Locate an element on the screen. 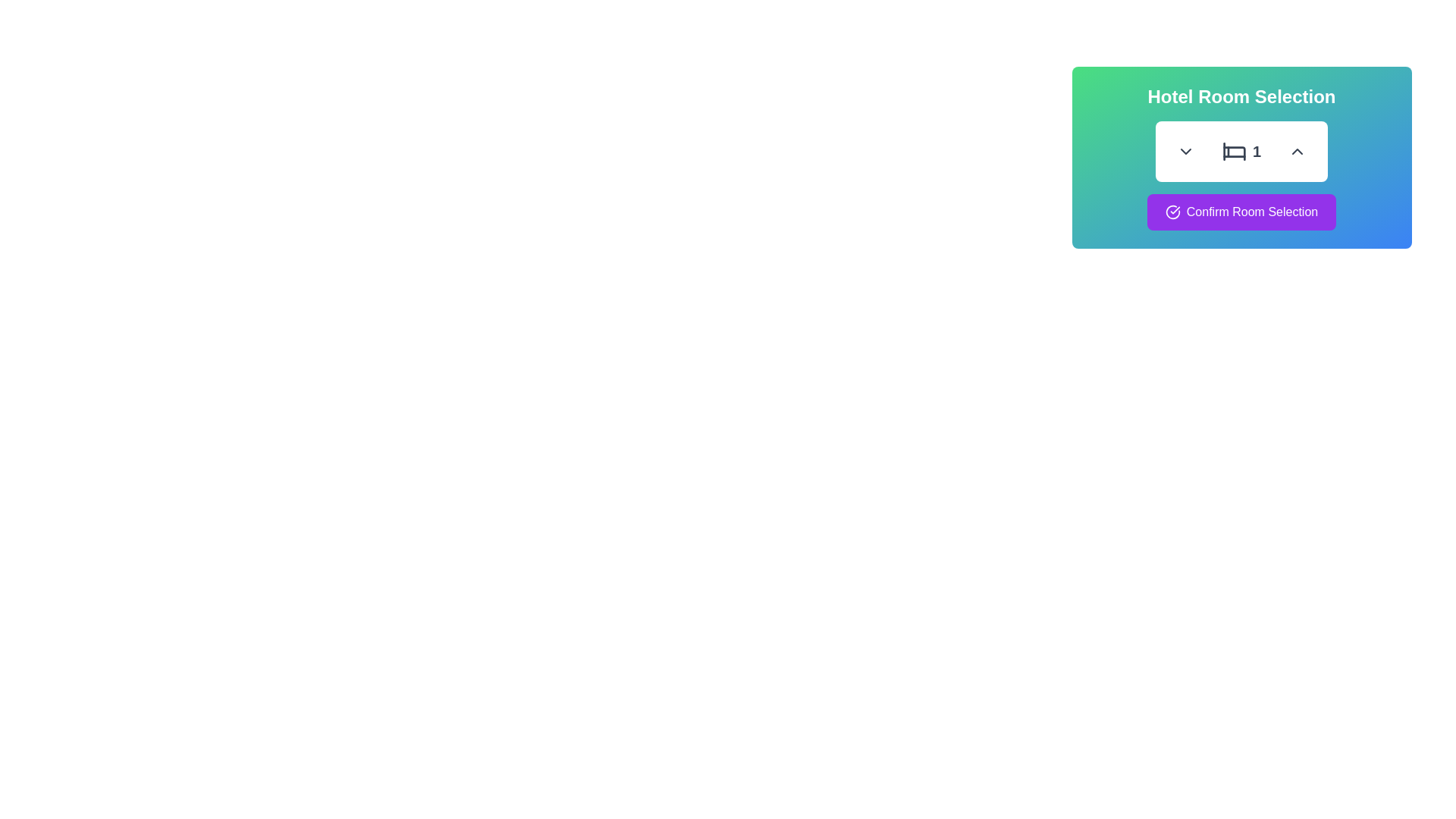 The height and width of the screenshot is (819, 1456). the Chevron icon located in the top-right section of the white card interface below the 'Hotel Room Selection' header is located at coordinates (1185, 152).